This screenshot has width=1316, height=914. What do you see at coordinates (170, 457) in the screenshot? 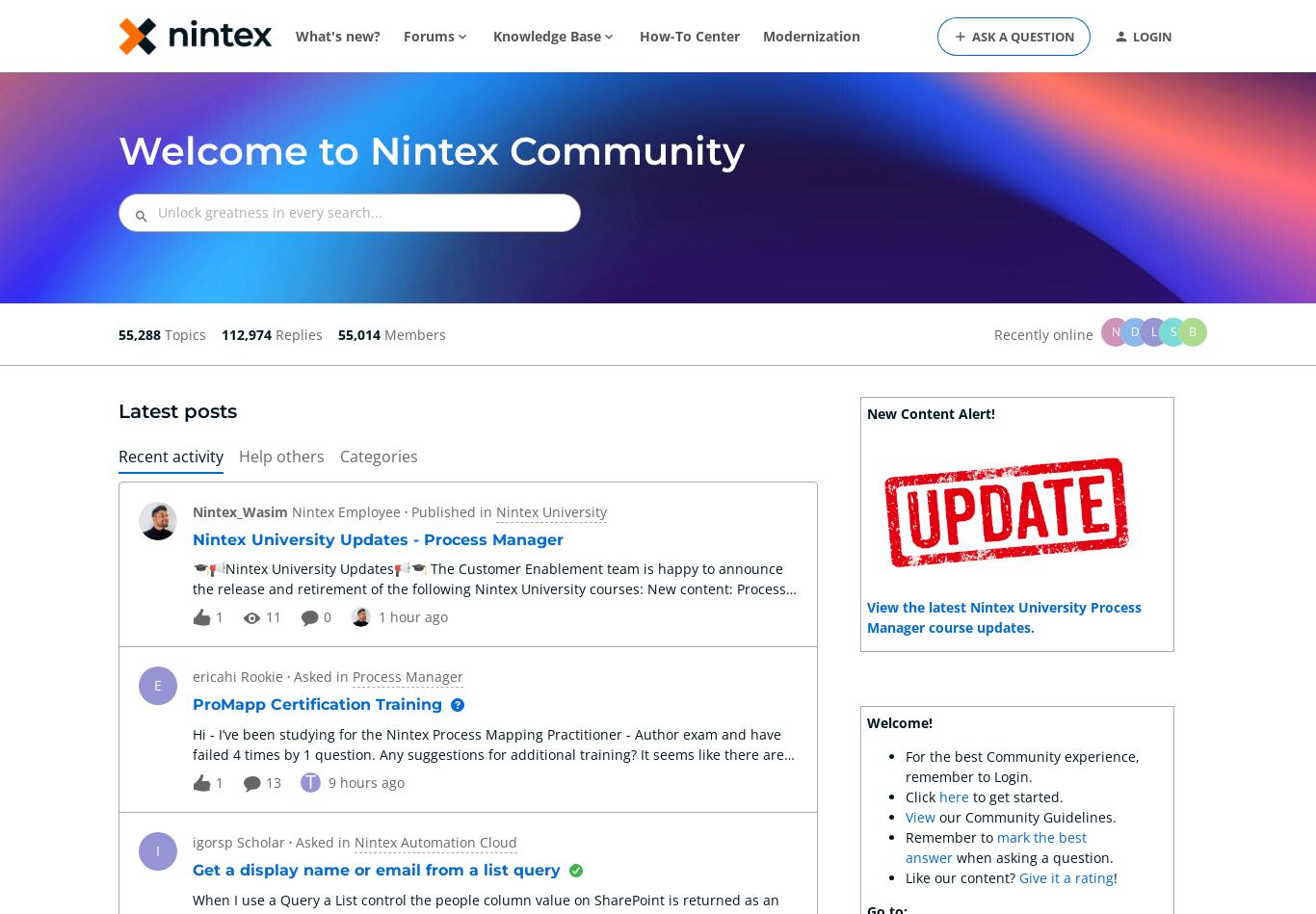
I see `'Recent activity'` at bounding box center [170, 457].